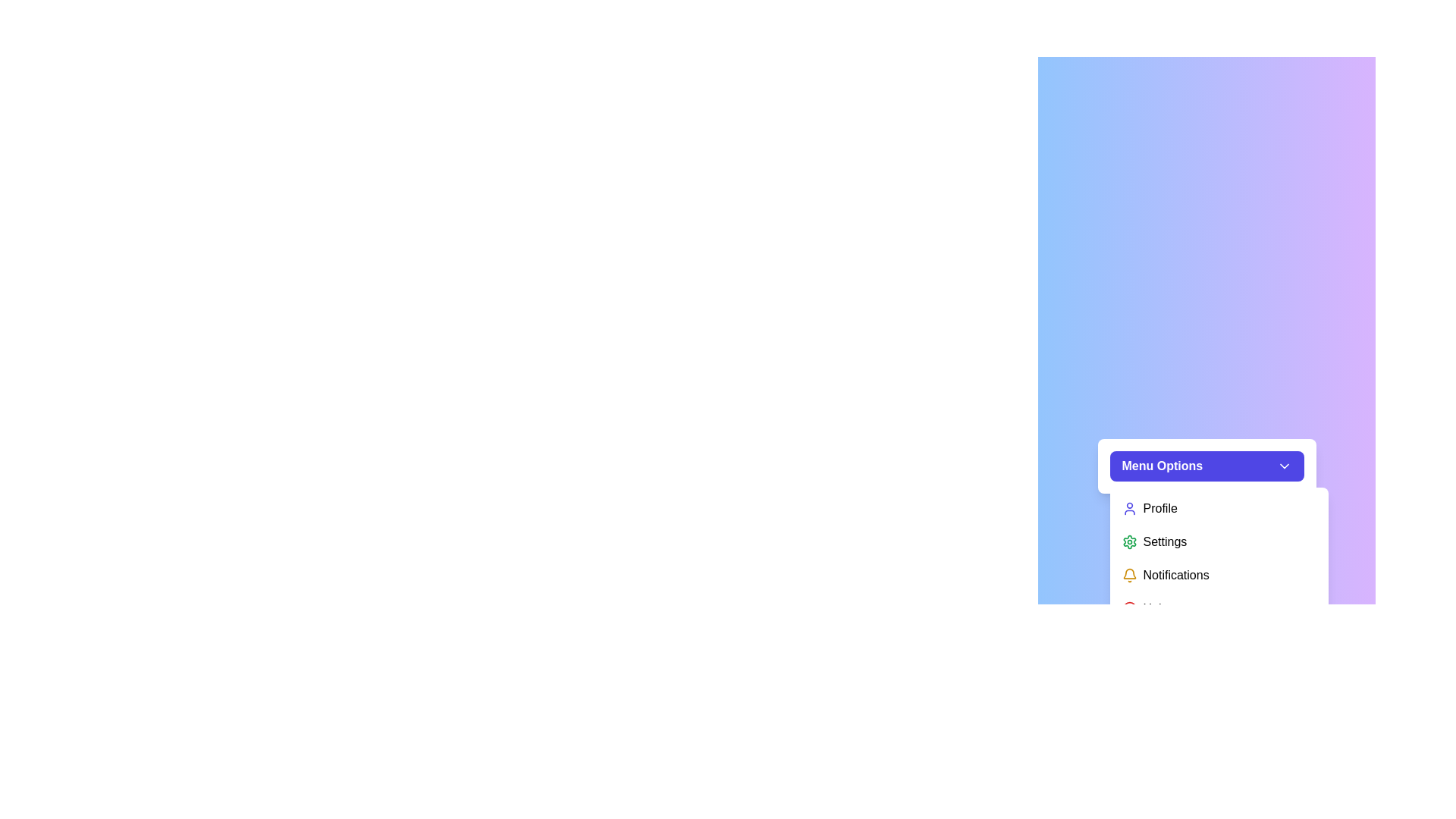 This screenshot has width=1456, height=819. Describe the element at coordinates (1129, 541) in the screenshot. I see `the settings icon located in the menu dropdown to the left of the 'Settings' text label` at that location.